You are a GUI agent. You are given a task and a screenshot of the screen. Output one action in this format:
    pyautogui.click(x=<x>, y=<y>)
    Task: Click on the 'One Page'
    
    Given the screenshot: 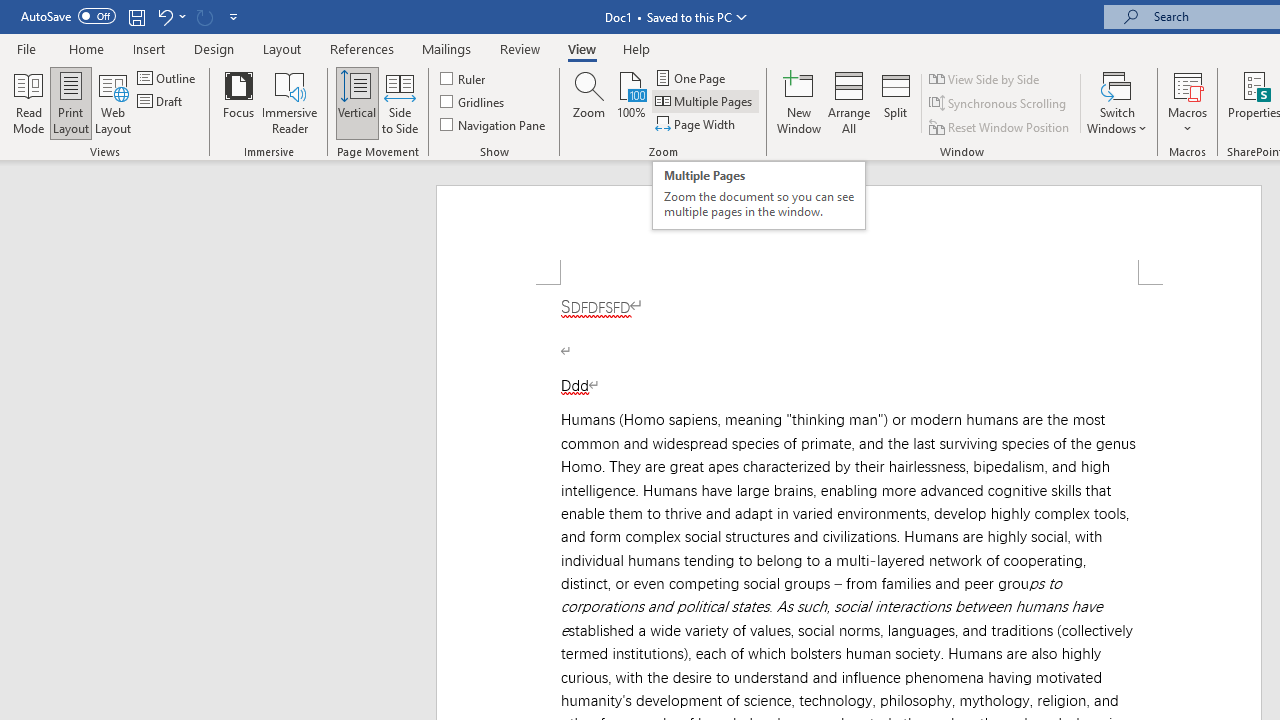 What is the action you would take?
    pyautogui.click(x=691, y=77)
    